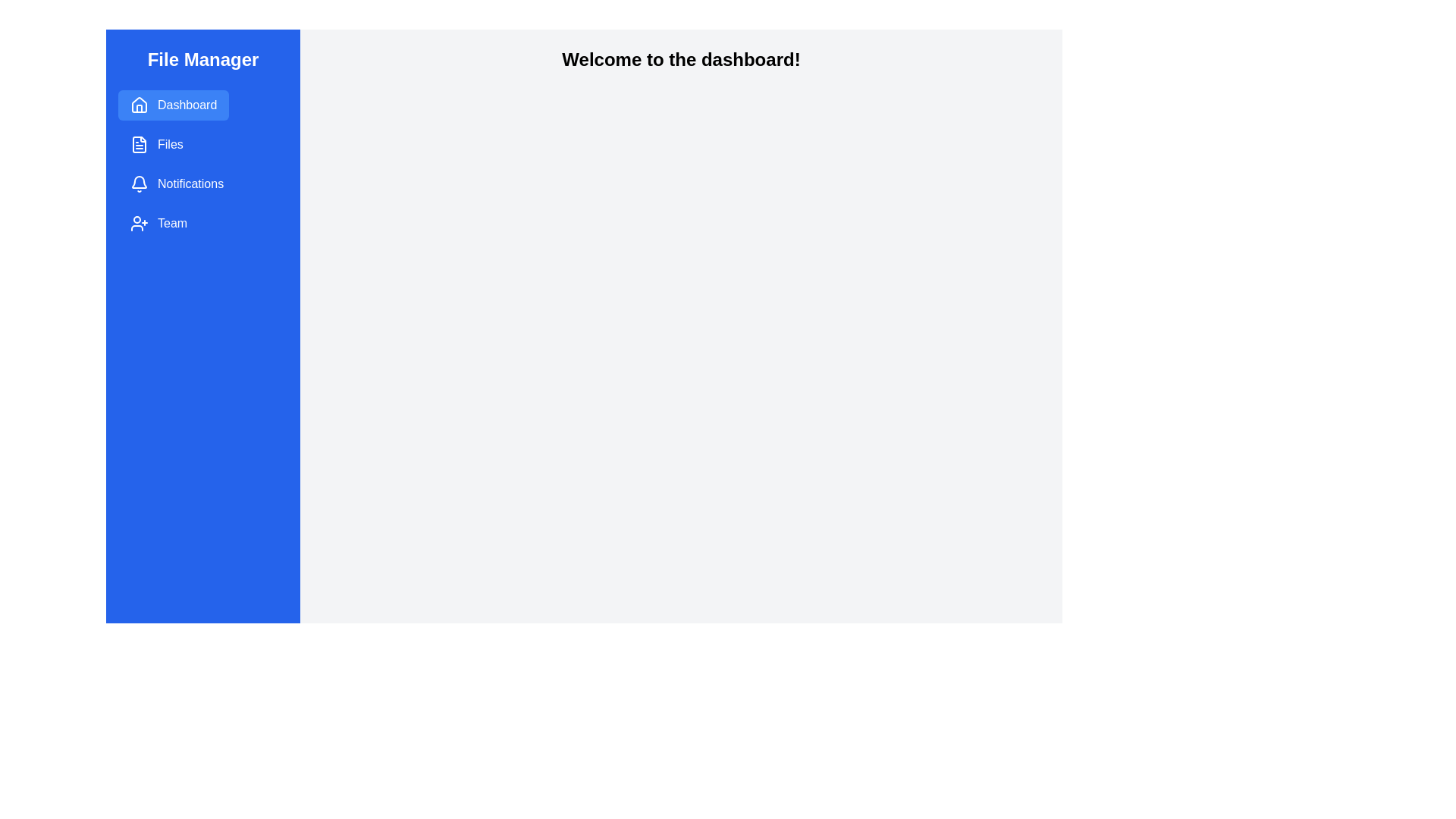 This screenshot has width=1456, height=819. Describe the element at coordinates (139, 181) in the screenshot. I see `the bell icon in the left-hand navigation bar` at that location.